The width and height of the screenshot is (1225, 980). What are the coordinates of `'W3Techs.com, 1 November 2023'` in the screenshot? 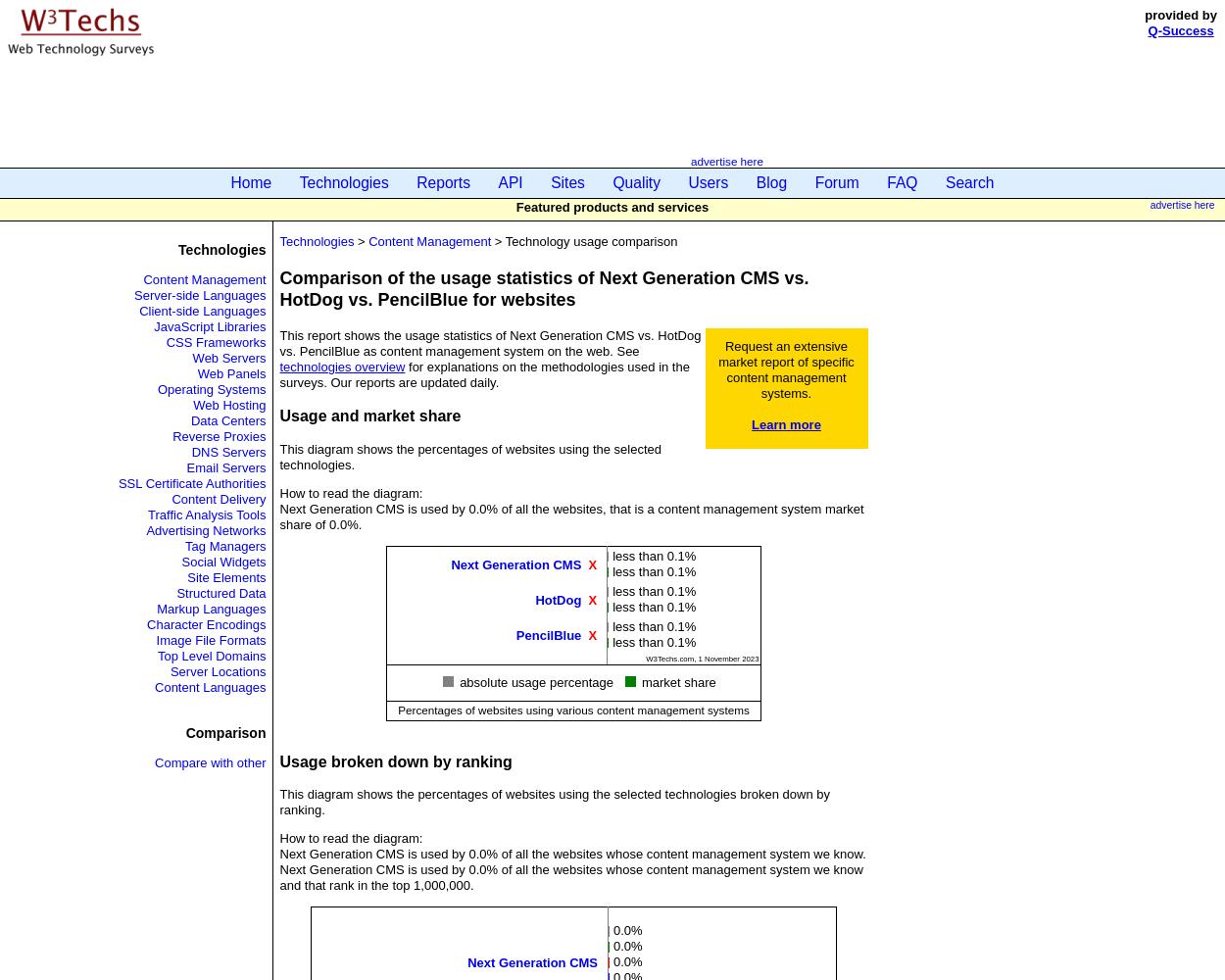 It's located at (701, 659).